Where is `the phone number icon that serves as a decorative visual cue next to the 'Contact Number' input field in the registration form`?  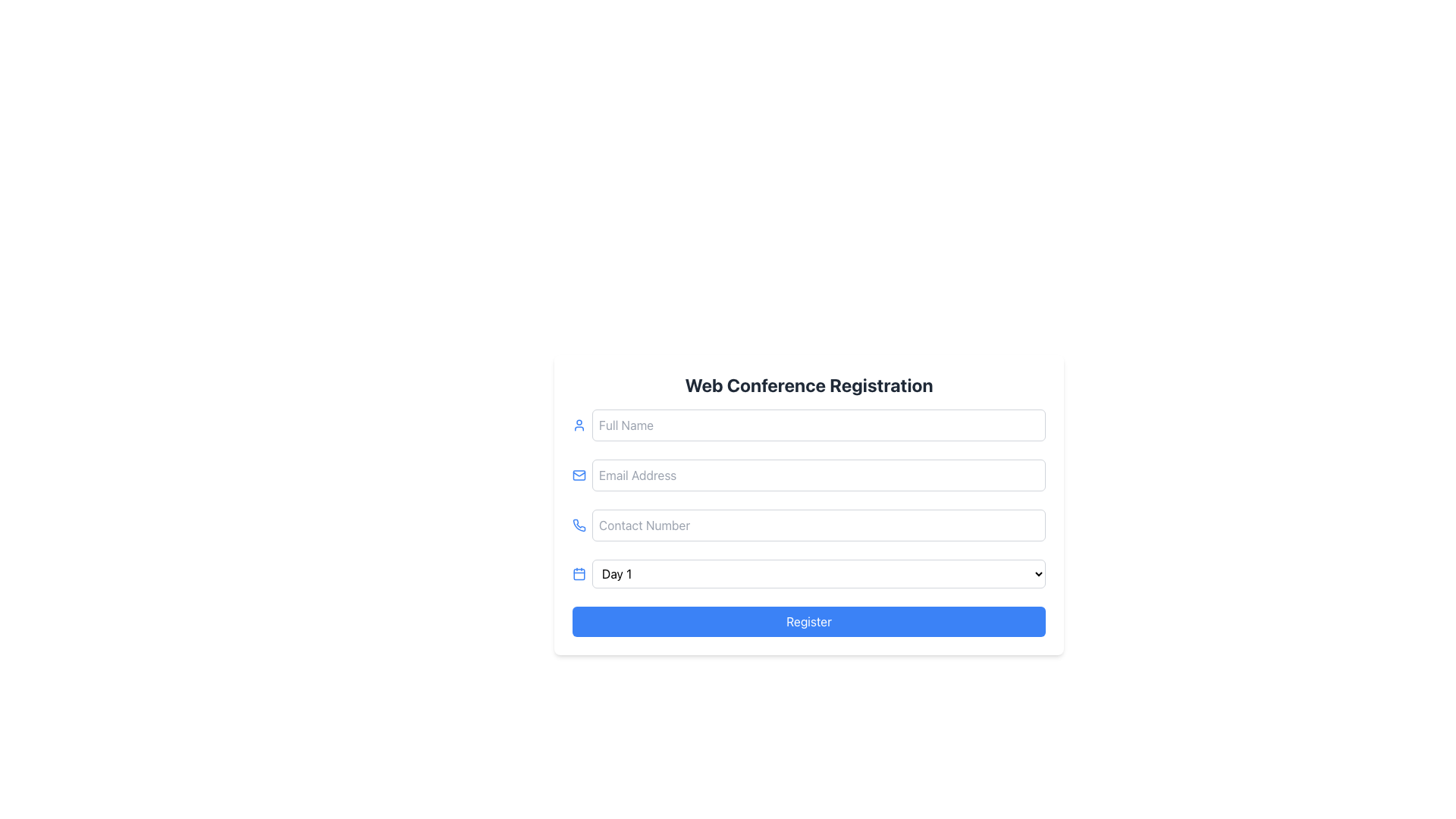
the phone number icon that serves as a decorative visual cue next to the 'Contact Number' input field in the registration form is located at coordinates (578, 524).